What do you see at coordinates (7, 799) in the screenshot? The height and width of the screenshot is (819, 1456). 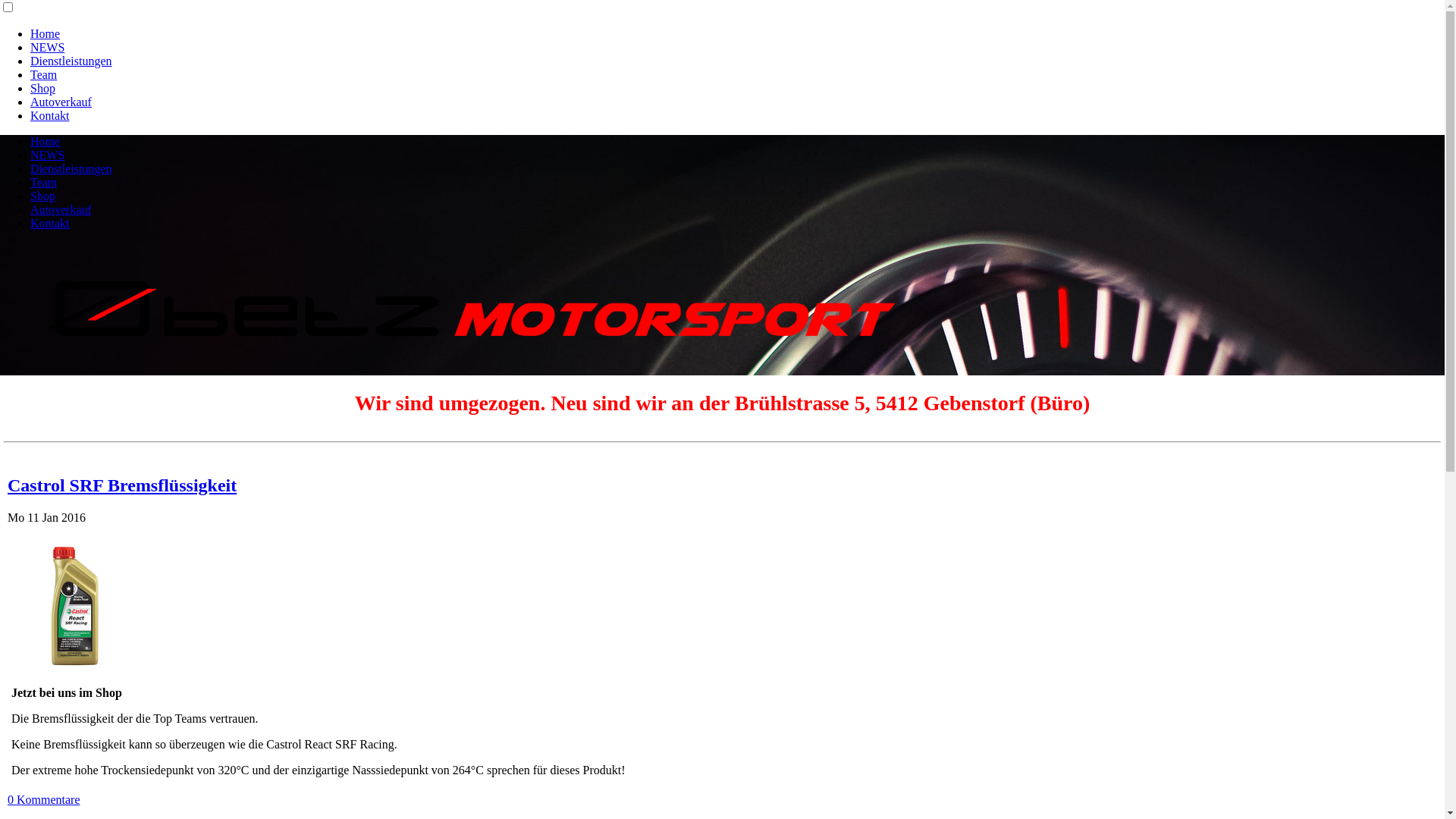 I see `'0 Kommentare'` at bounding box center [7, 799].